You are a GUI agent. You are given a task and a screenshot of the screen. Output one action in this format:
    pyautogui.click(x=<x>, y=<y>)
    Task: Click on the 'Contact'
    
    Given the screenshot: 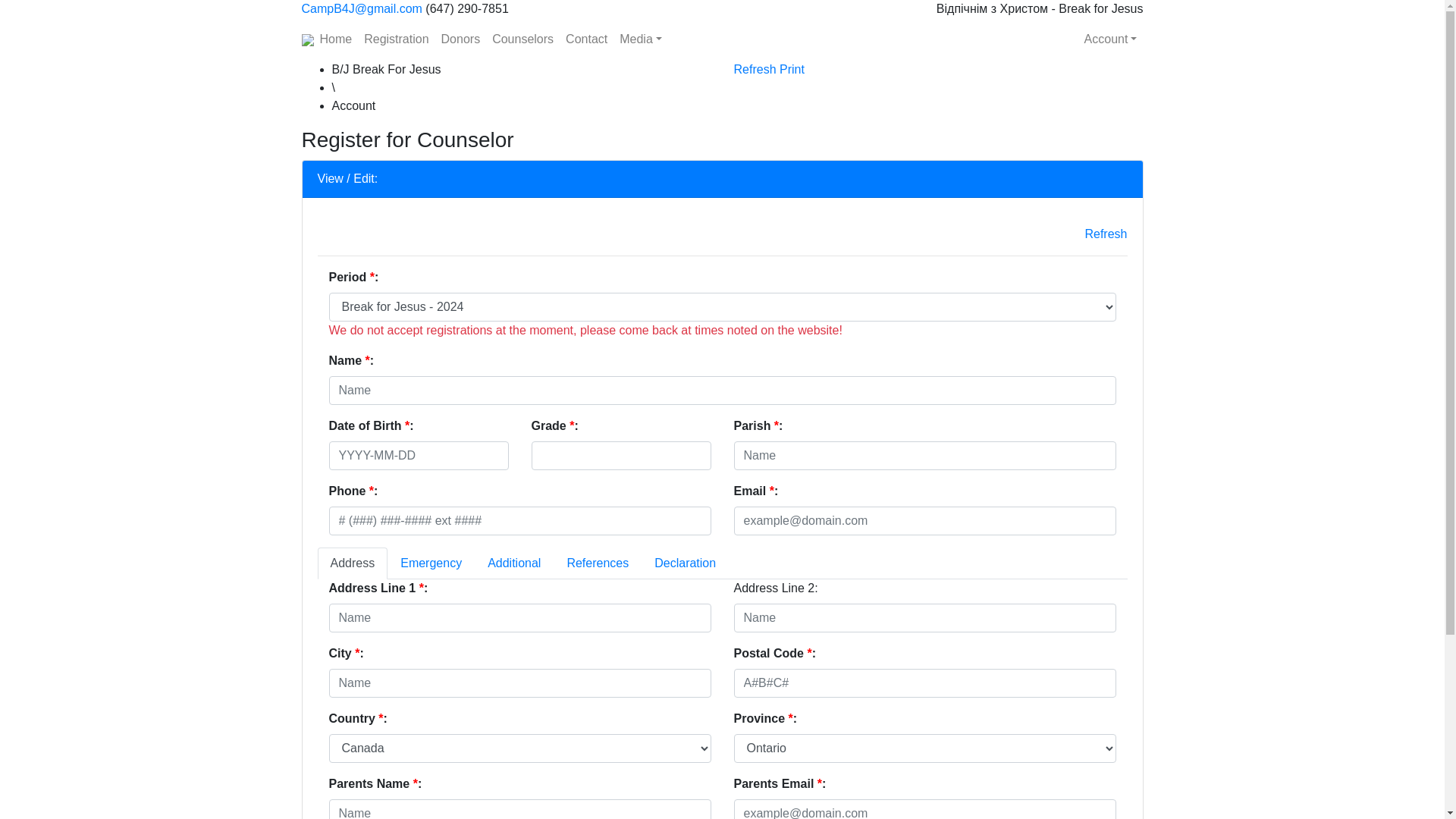 What is the action you would take?
    pyautogui.click(x=585, y=38)
    